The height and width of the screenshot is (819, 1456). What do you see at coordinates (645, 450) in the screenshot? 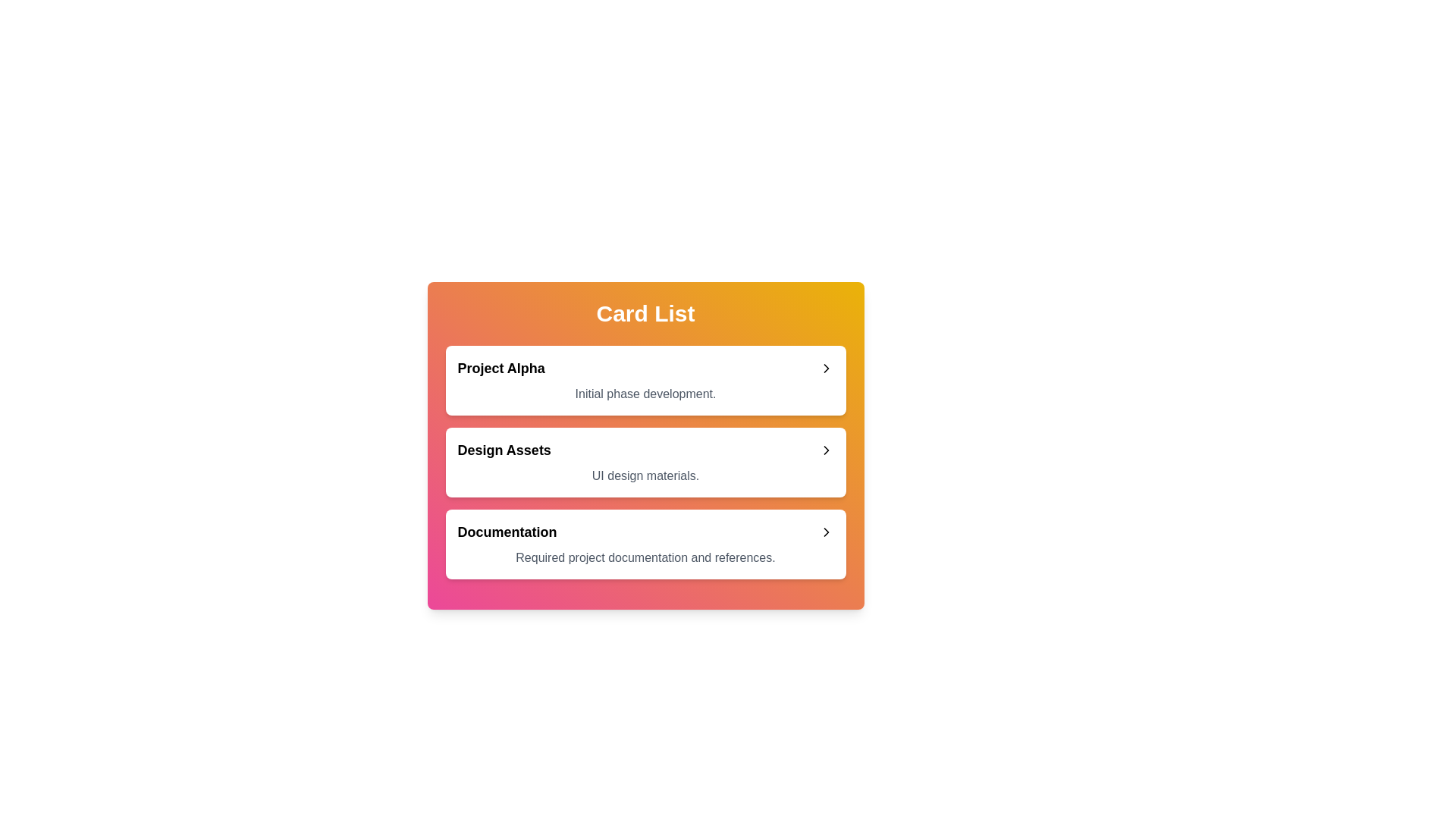
I see `the title area of the card titled Design Assets to expand or collapse it` at bounding box center [645, 450].